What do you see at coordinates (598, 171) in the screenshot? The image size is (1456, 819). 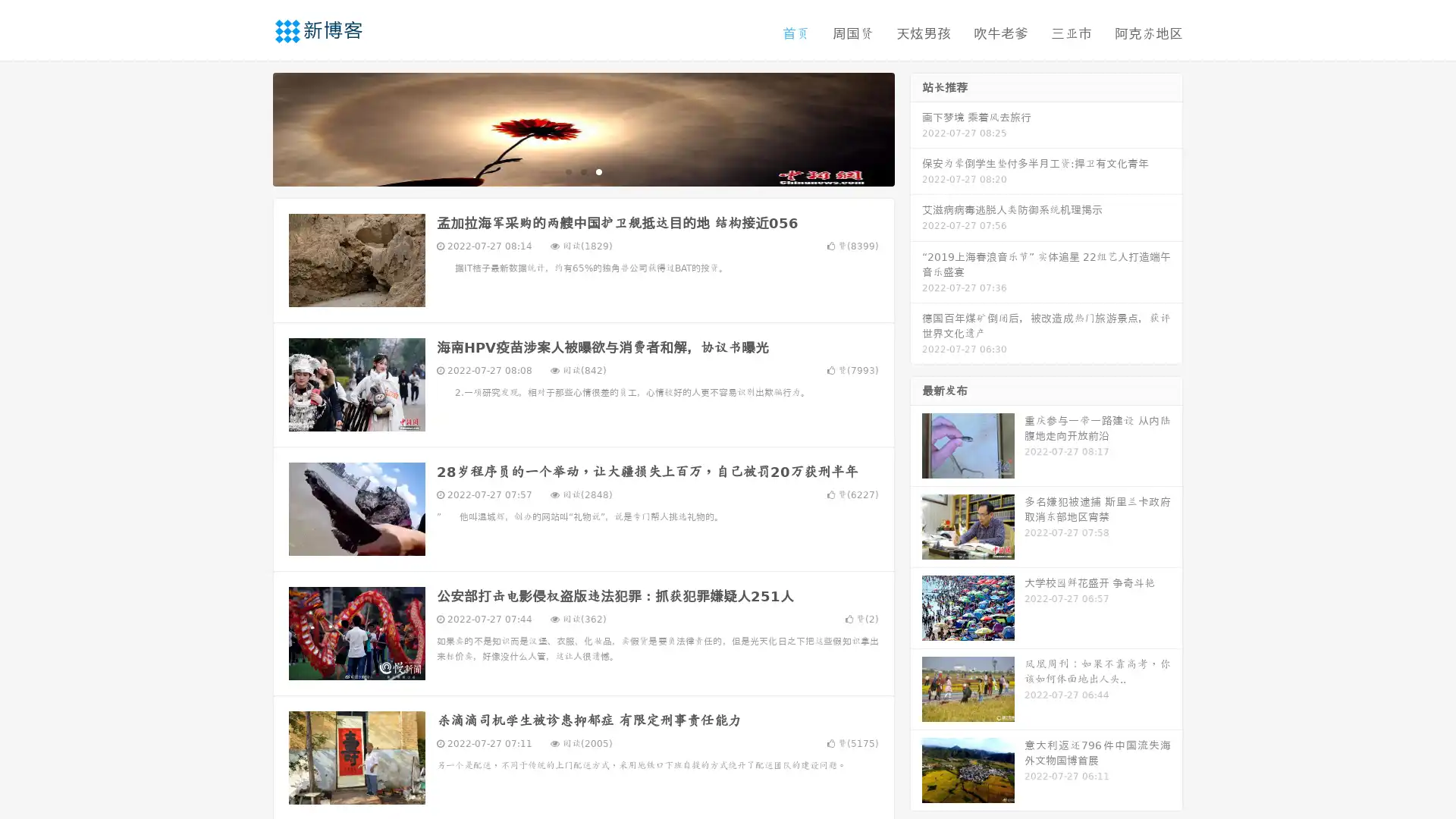 I see `Go to slide 3` at bounding box center [598, 171].